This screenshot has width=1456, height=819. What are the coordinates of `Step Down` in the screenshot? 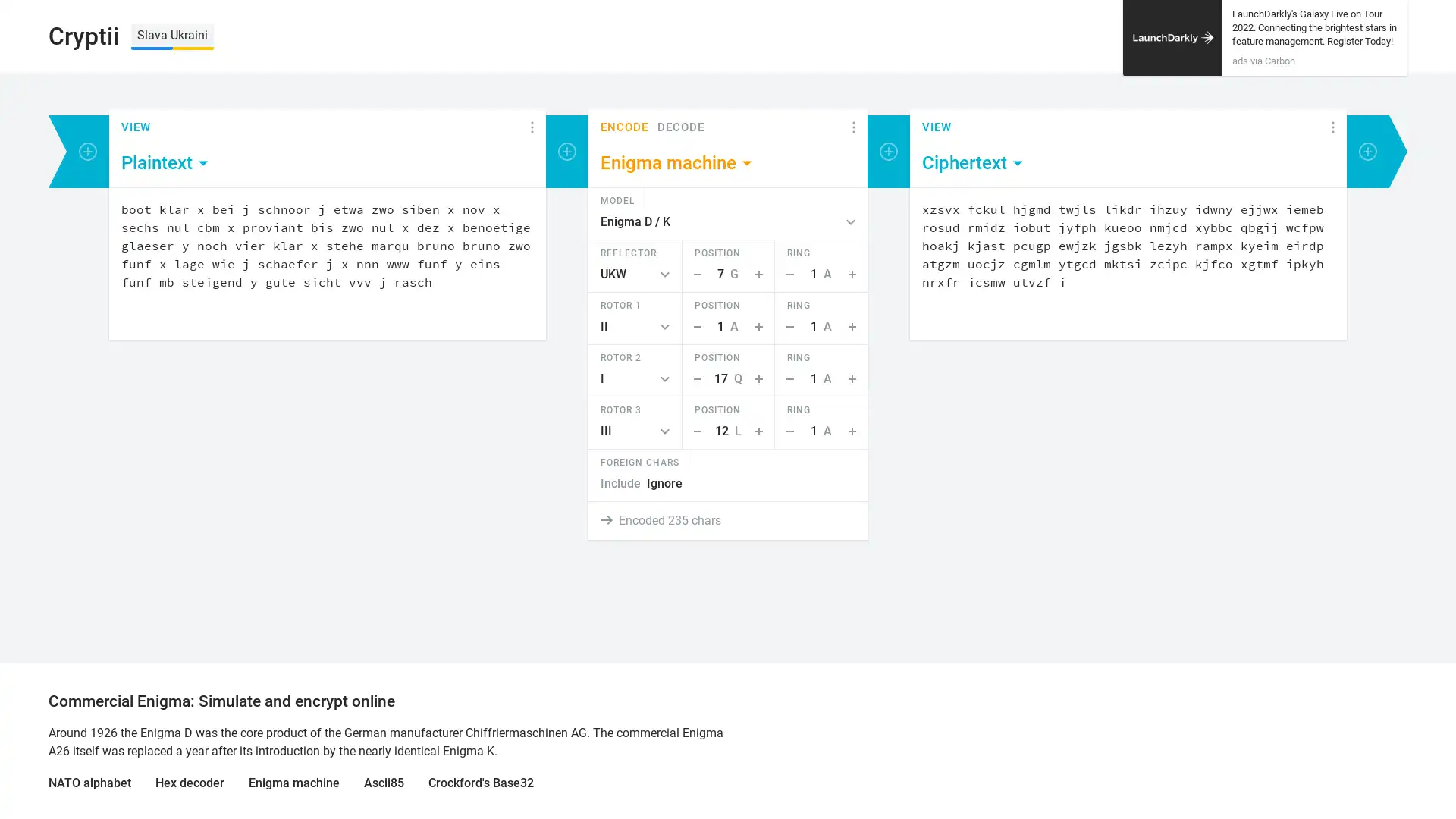 It's located at (786, 326).